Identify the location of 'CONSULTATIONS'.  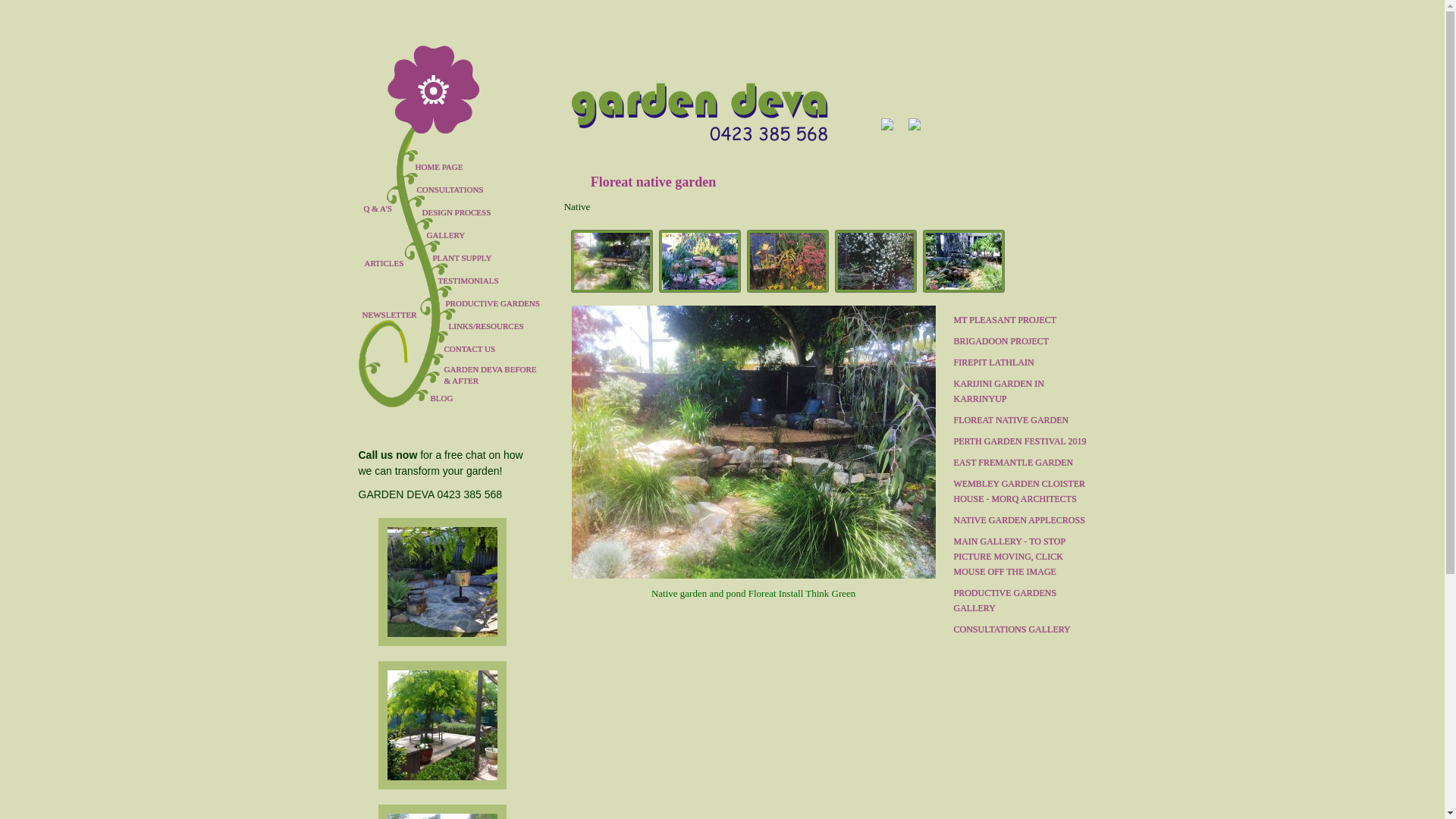
(488, 189).